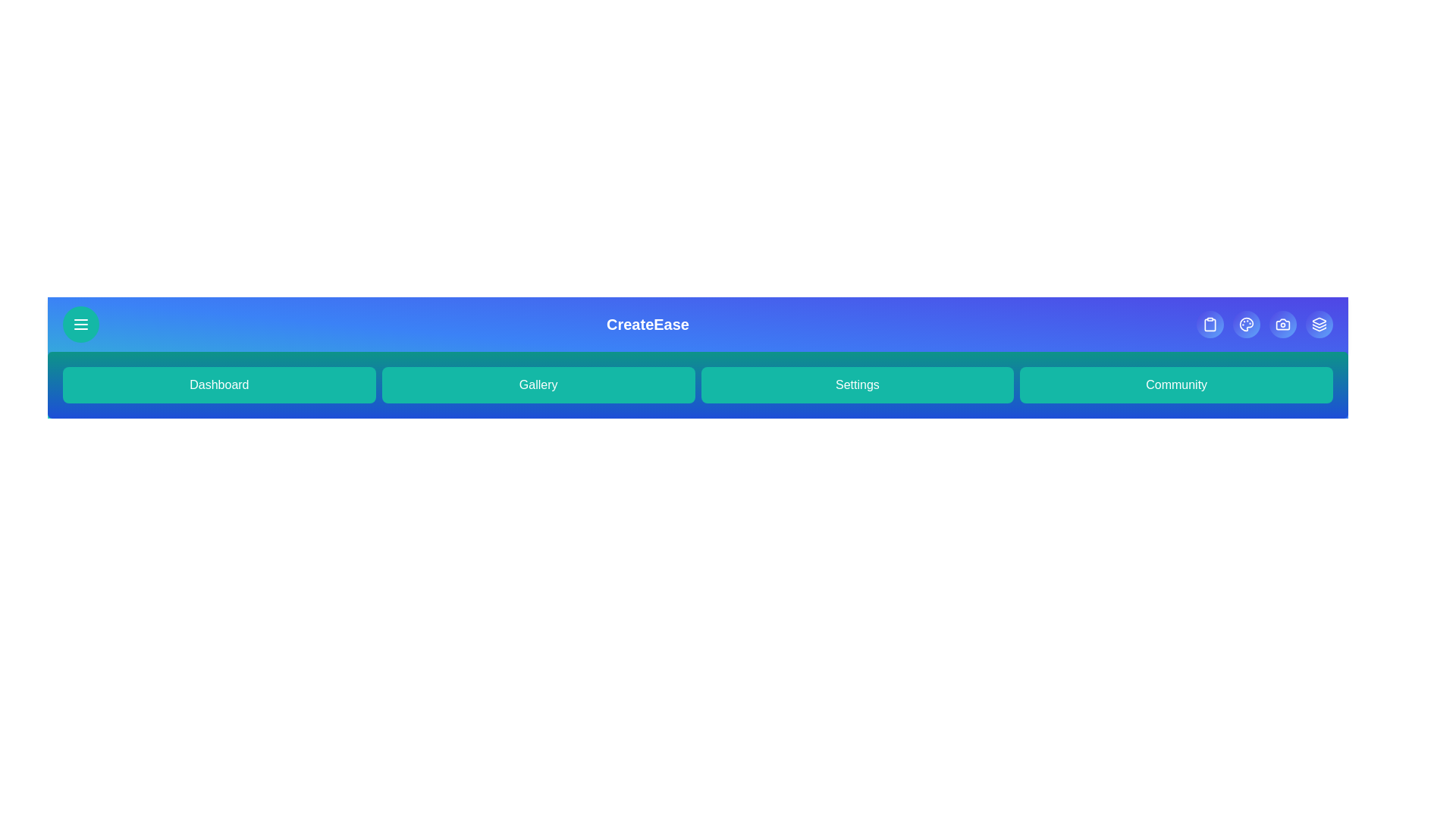 The image size is (1456, 819). I want to click on the 'Settings' button to navigate to the 'Settings' section, so click(857, 384).